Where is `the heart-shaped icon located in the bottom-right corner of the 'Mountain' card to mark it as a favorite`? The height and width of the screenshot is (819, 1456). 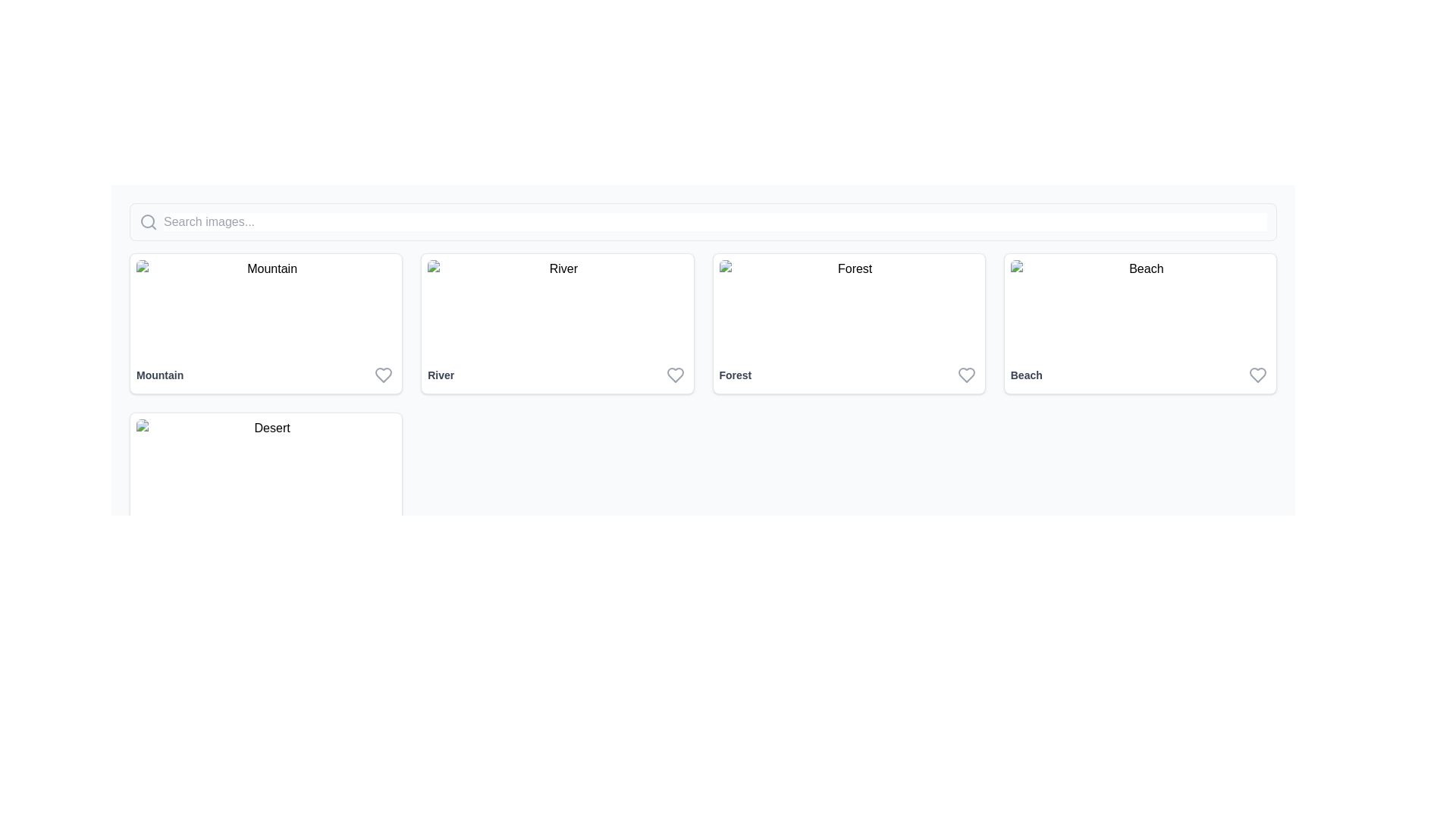
the heart-shaped icon located in the bottom-right corner of the 'Mountain' card to mark it as a favorite is located at coordinates (384, 375).